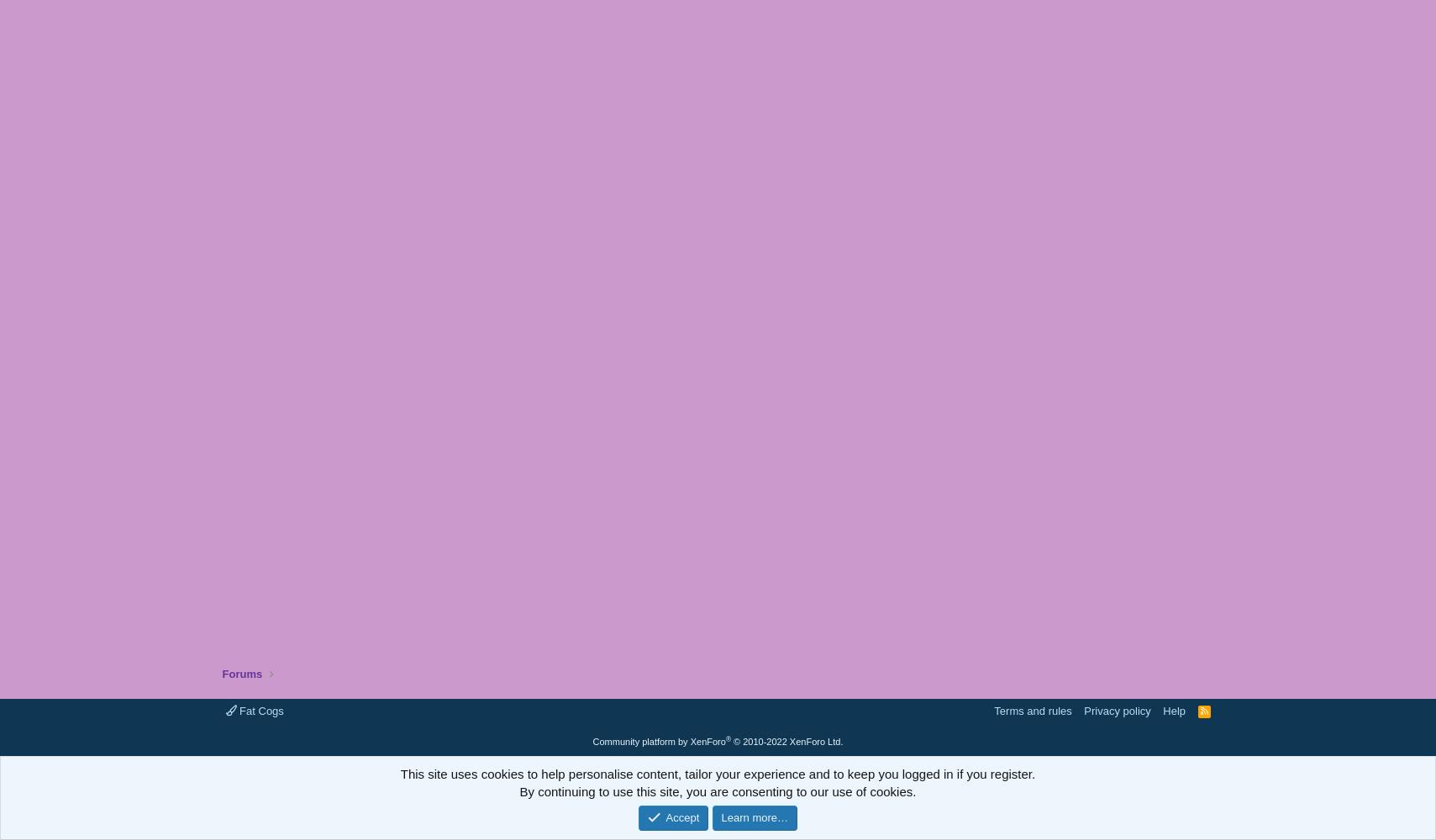 Image resolution: width=1436 pixels, height=840 pixels. What do you see at coordinates (518, 790) in the screenshot?
I see `'By continuing to use this site, you are consenting to our use of cookies.'` at bounding box center [518, 790].